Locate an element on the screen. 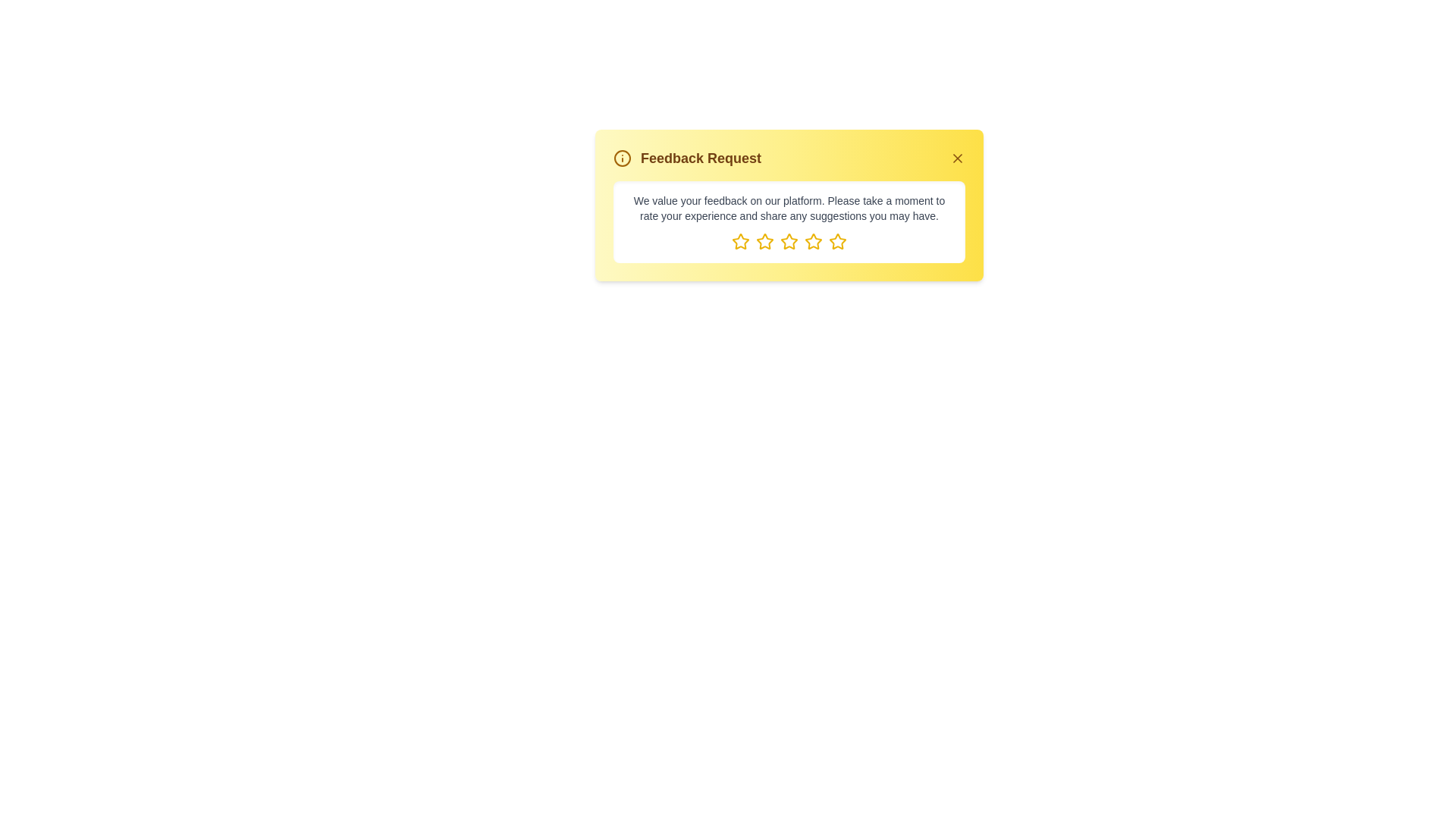 This screenshot has width=1456, height=819. the element star_2 to observe its hover effect is located at coordinates (764, 241).